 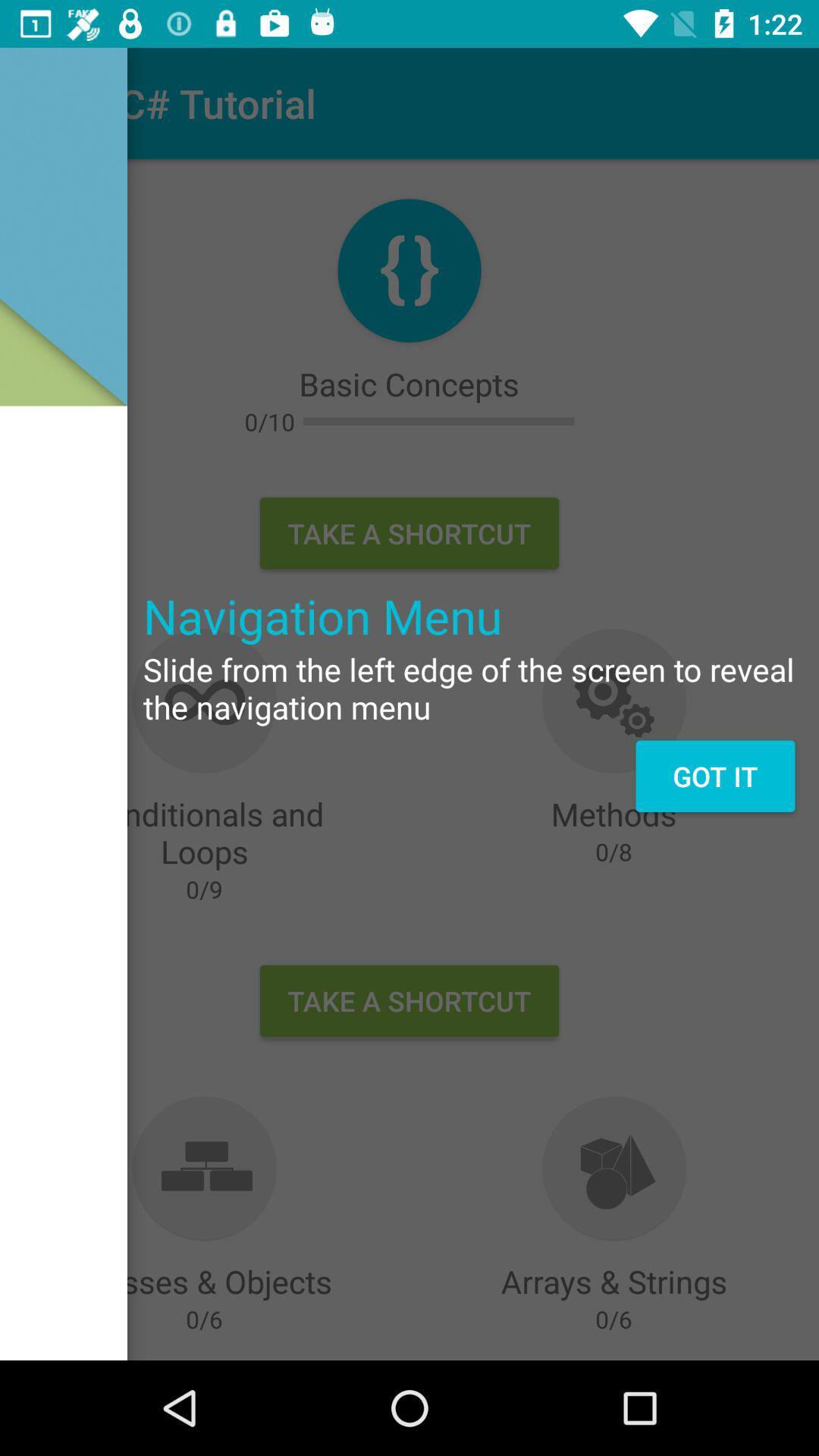 I want to click on the got it item, so click(x=715, y=776).